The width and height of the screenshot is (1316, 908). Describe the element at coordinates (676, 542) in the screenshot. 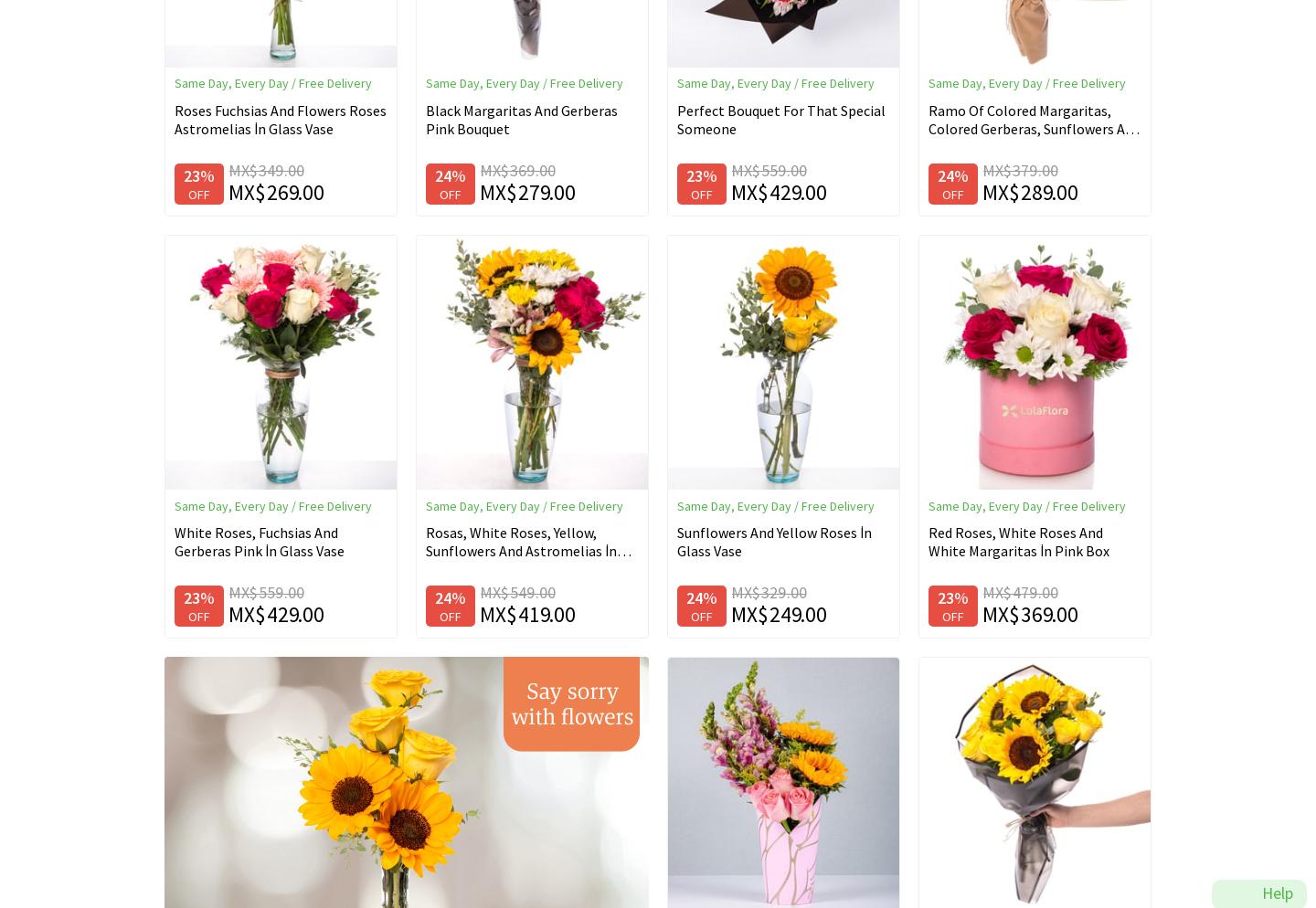

I see `'Sunflowers And Yellow Roses İn Glass Vase'` at that location.